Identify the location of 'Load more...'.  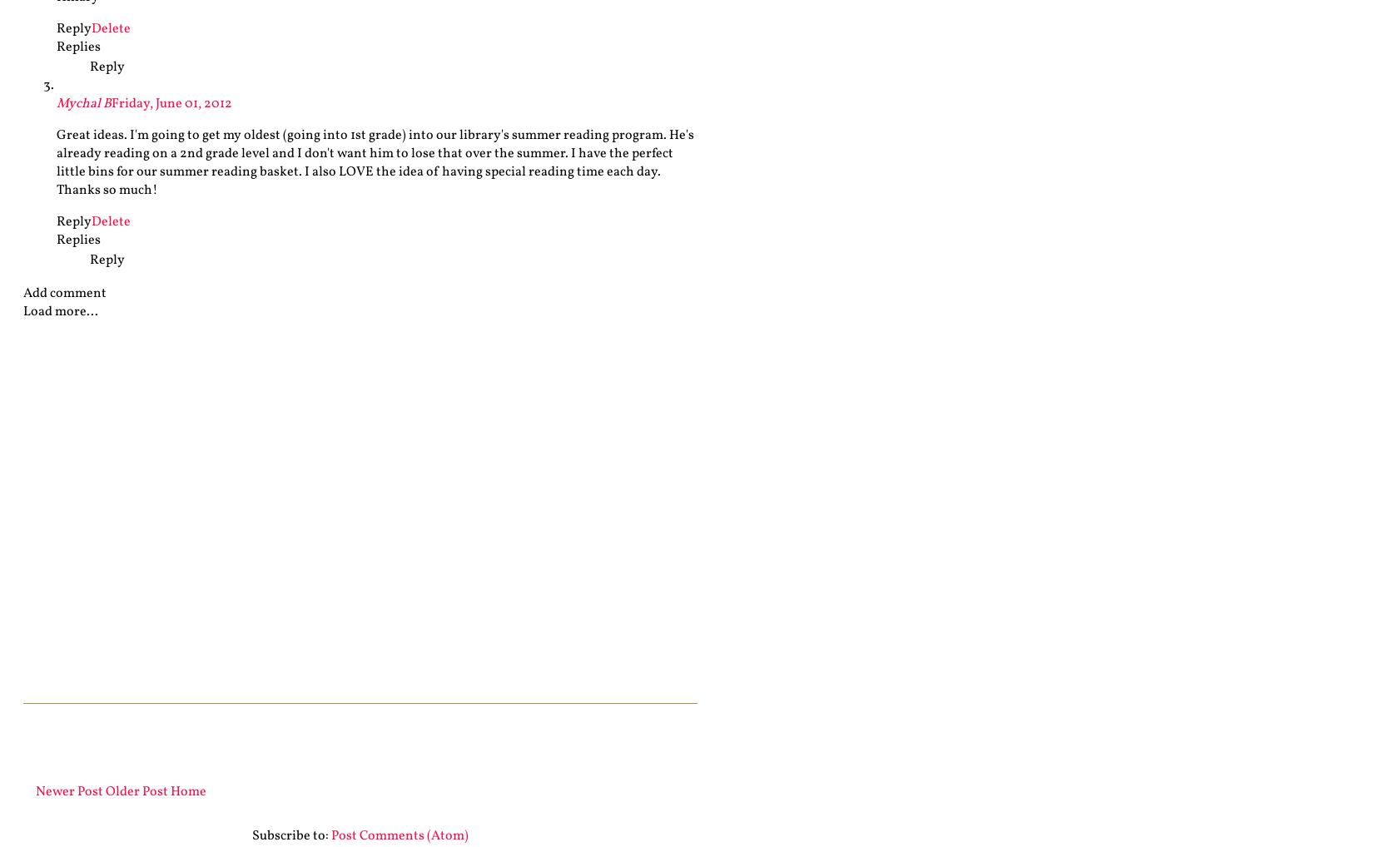
(59, 312).